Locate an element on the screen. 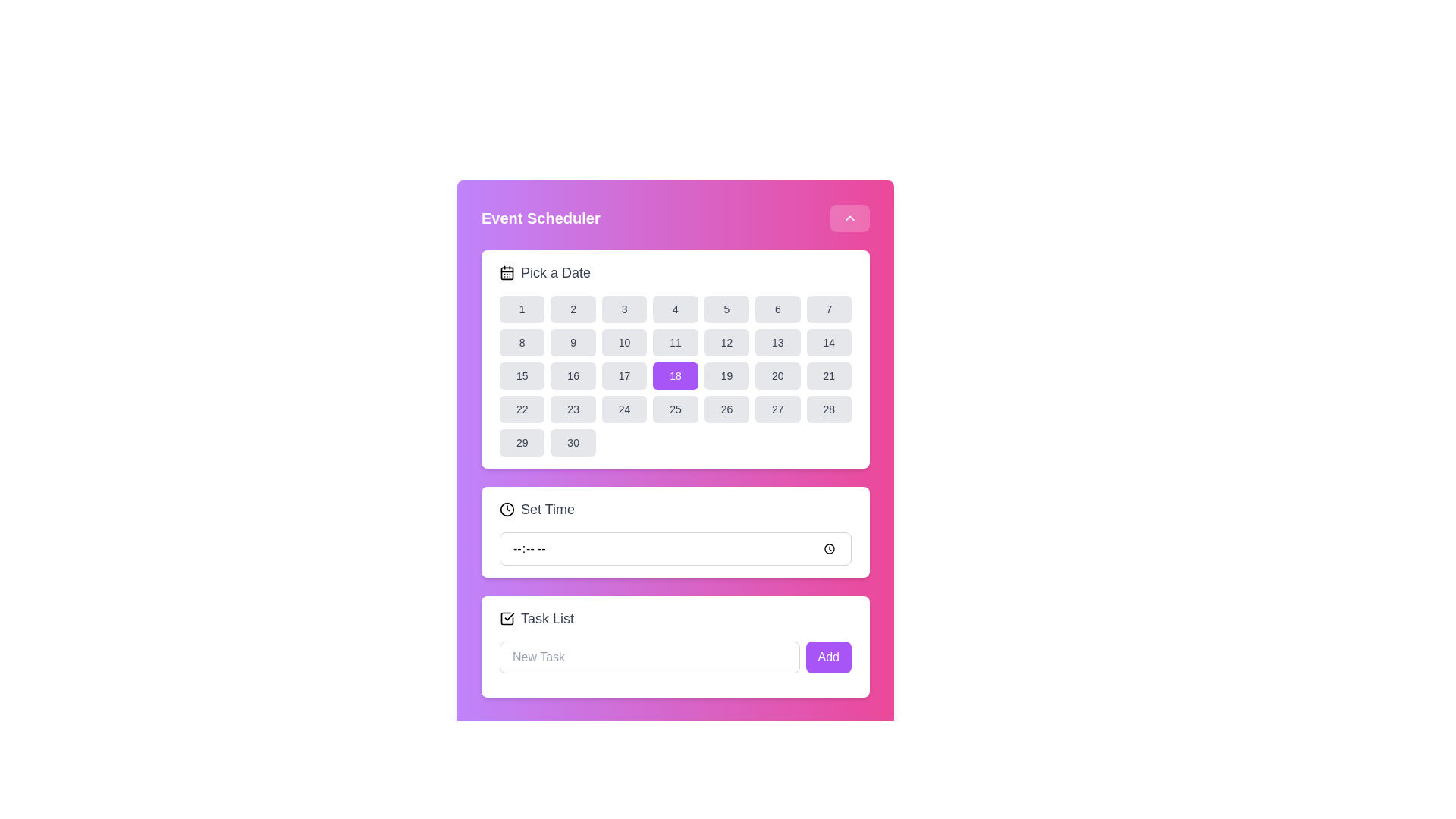 This screenshot has width=1456, height=819. the clock icon that represents the time setting feature, located to the left of the '--:-- --' text field in the 'Set Time' section is located at coordinates (507, 509).